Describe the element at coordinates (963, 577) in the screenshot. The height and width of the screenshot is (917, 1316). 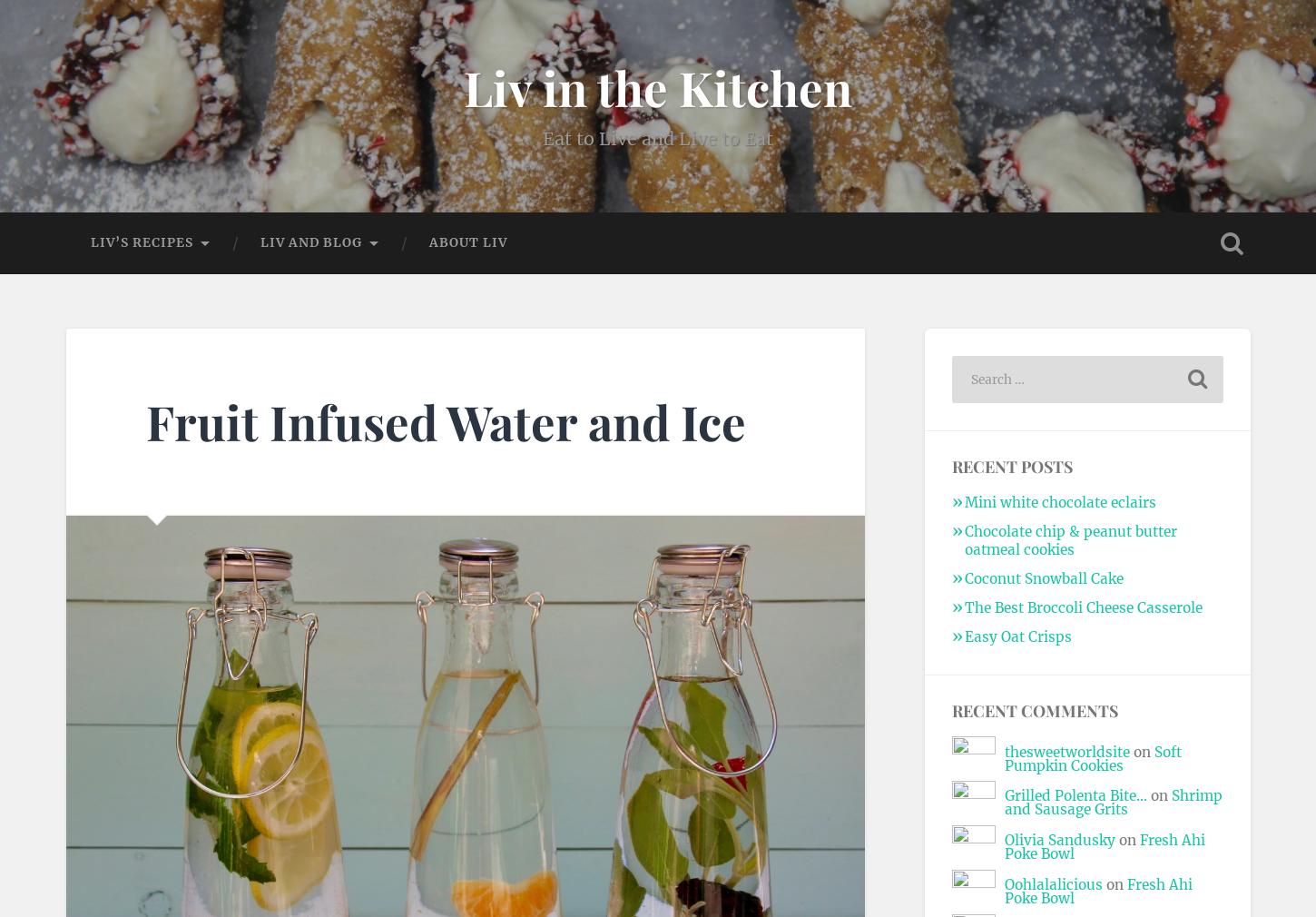
I see `'Coconut Snowball Cake'` at that location.